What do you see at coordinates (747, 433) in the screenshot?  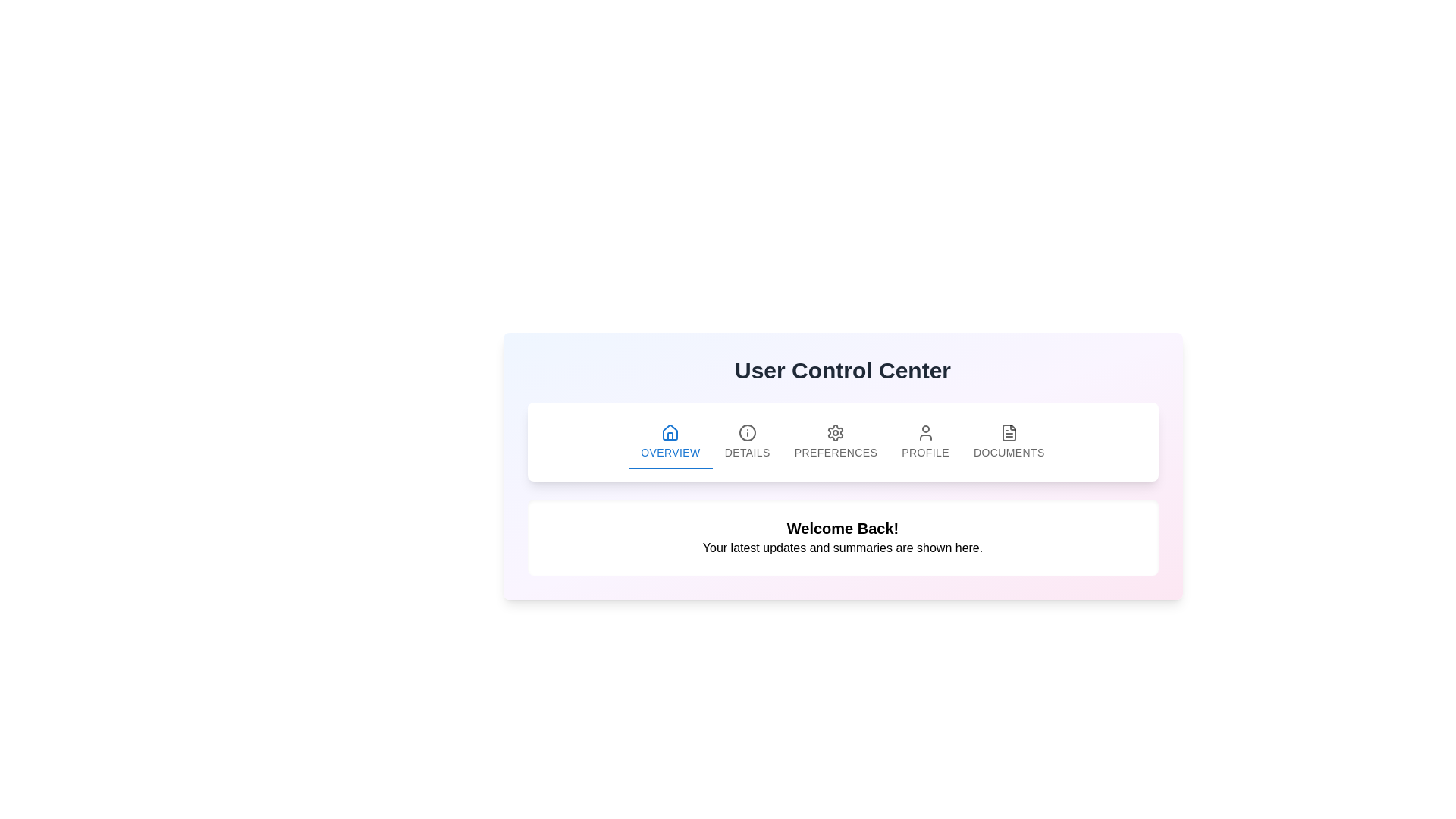 I see `the circular information icon with an 'i' symbol located in the 'Details' tab of the navigation bar, which is centered above the 'Details' label` at bounding box center [747, 433].